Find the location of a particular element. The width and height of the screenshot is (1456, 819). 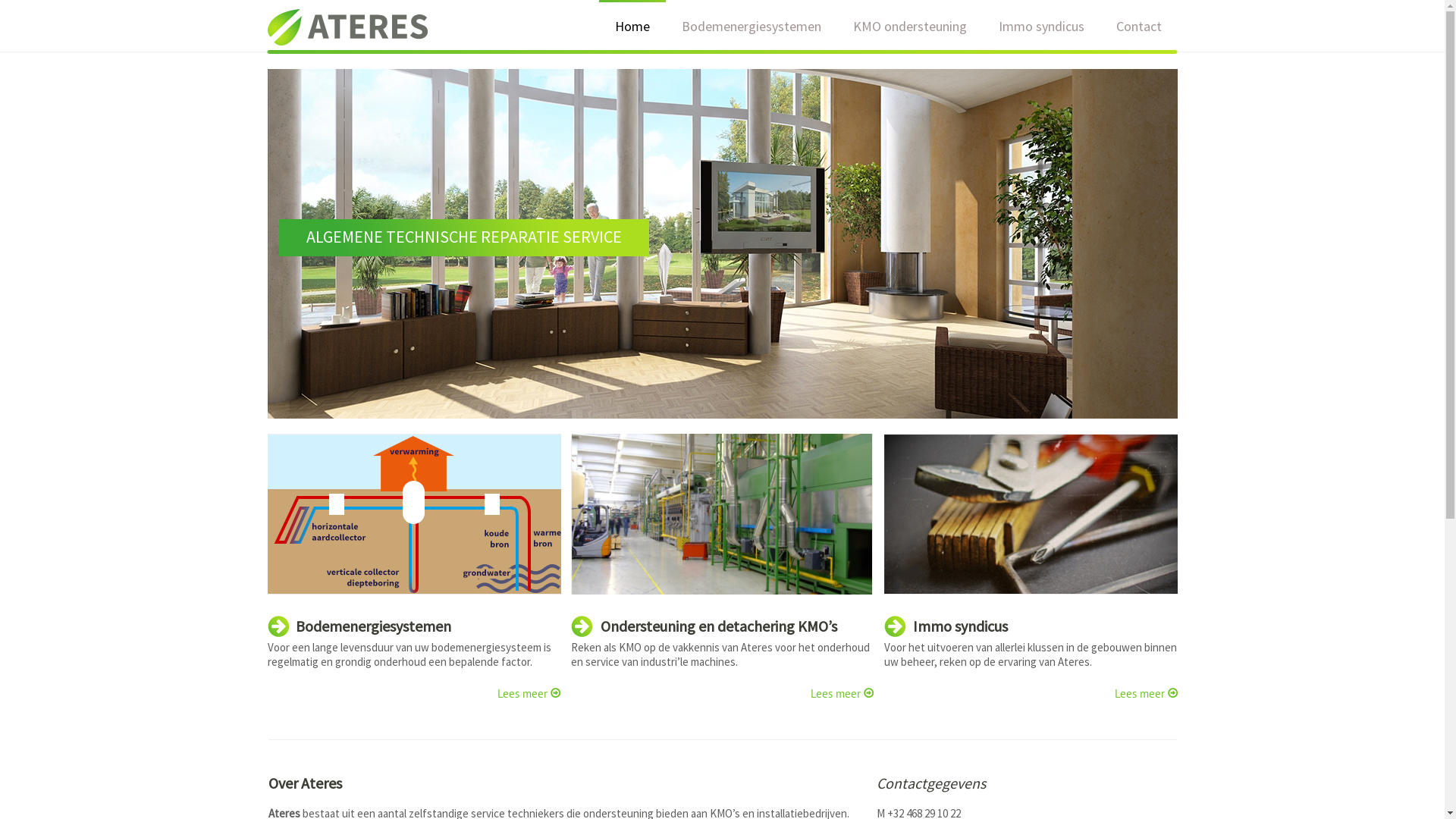

'Lees meer ' is located at coordinates (1146, 693).